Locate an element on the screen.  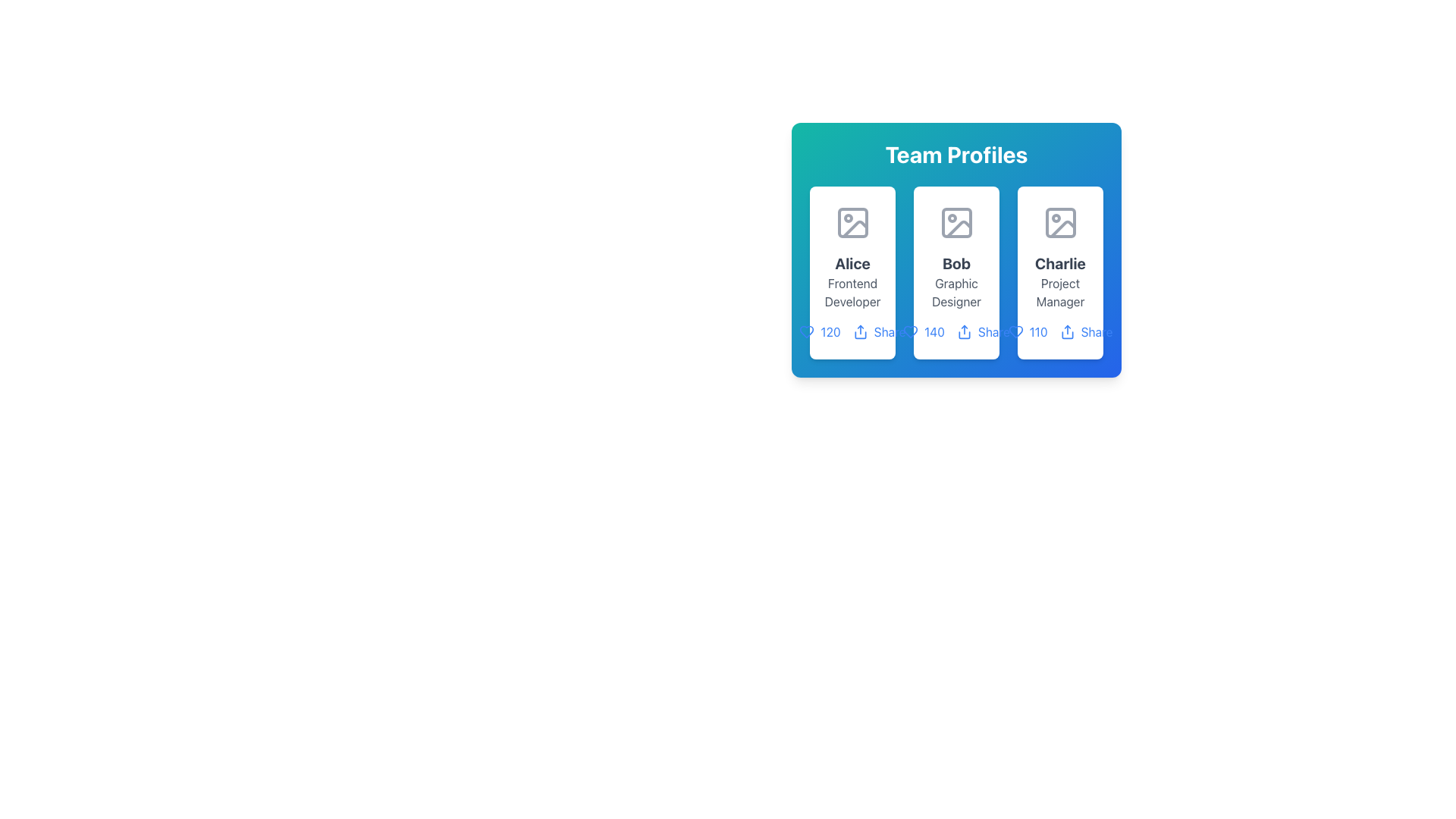
the like count number under the profile labeled 'Charlie' is located at coordinates (1028, 331).